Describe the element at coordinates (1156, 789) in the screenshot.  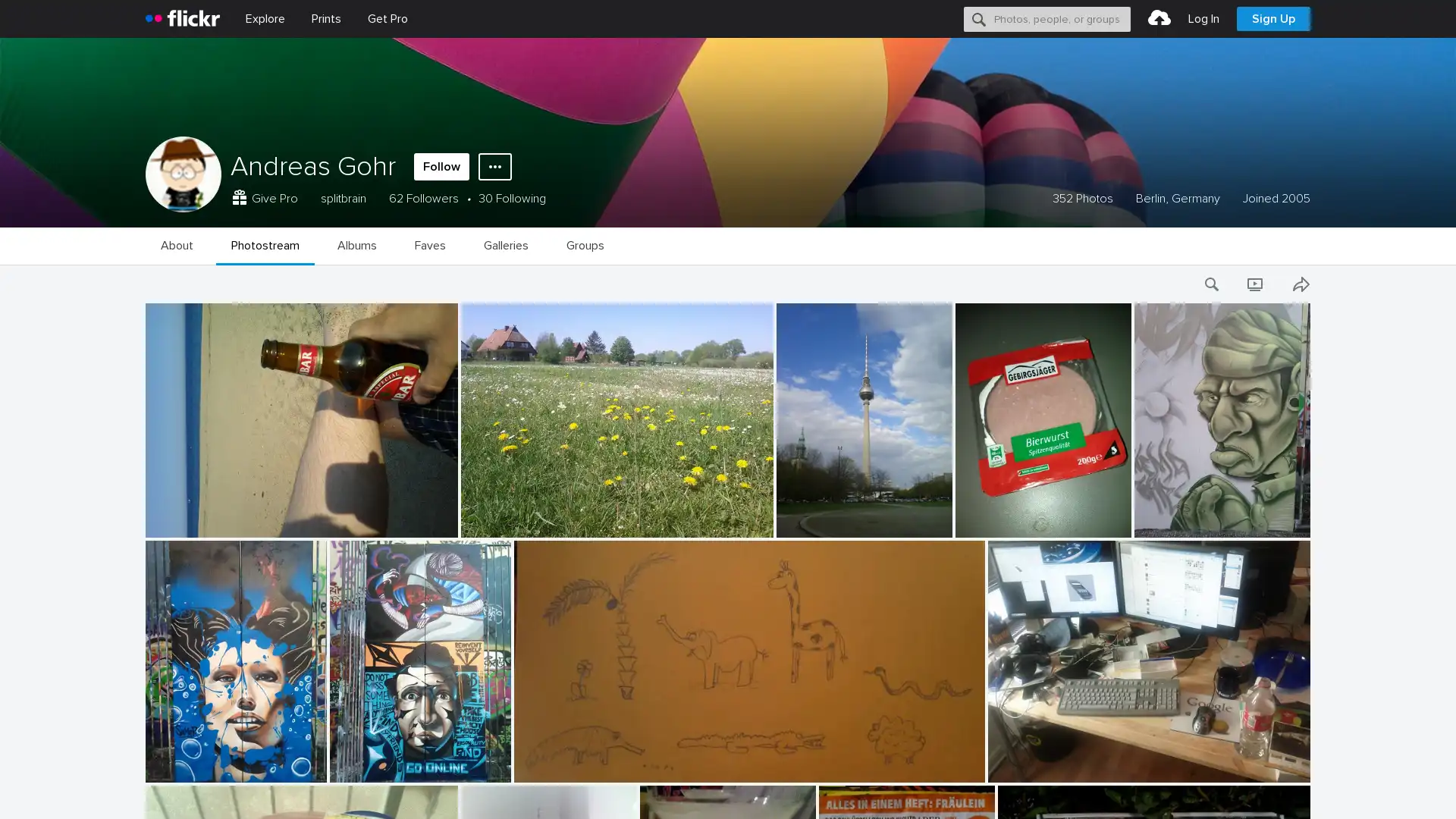
I see `Accept` at that location.